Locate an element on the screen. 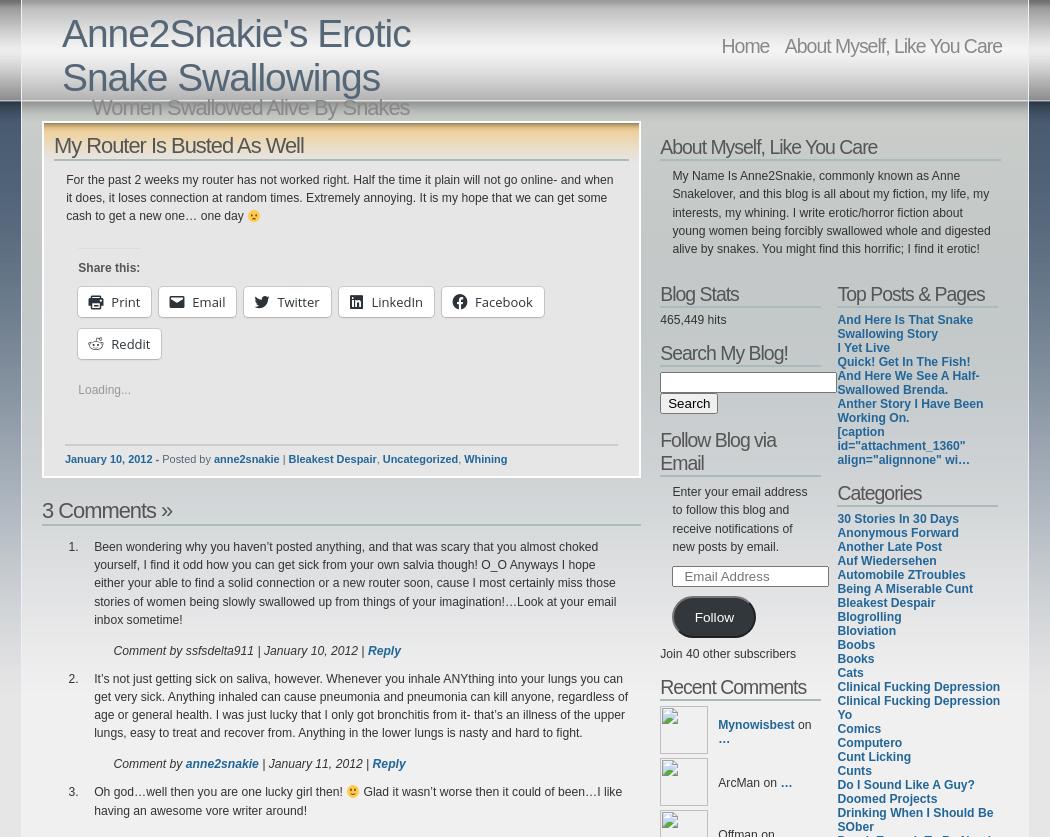 Image resolution: width=1050 pixels, height=837 pixels. 'Bleakest Despair' is located at coordinates (332, 457).